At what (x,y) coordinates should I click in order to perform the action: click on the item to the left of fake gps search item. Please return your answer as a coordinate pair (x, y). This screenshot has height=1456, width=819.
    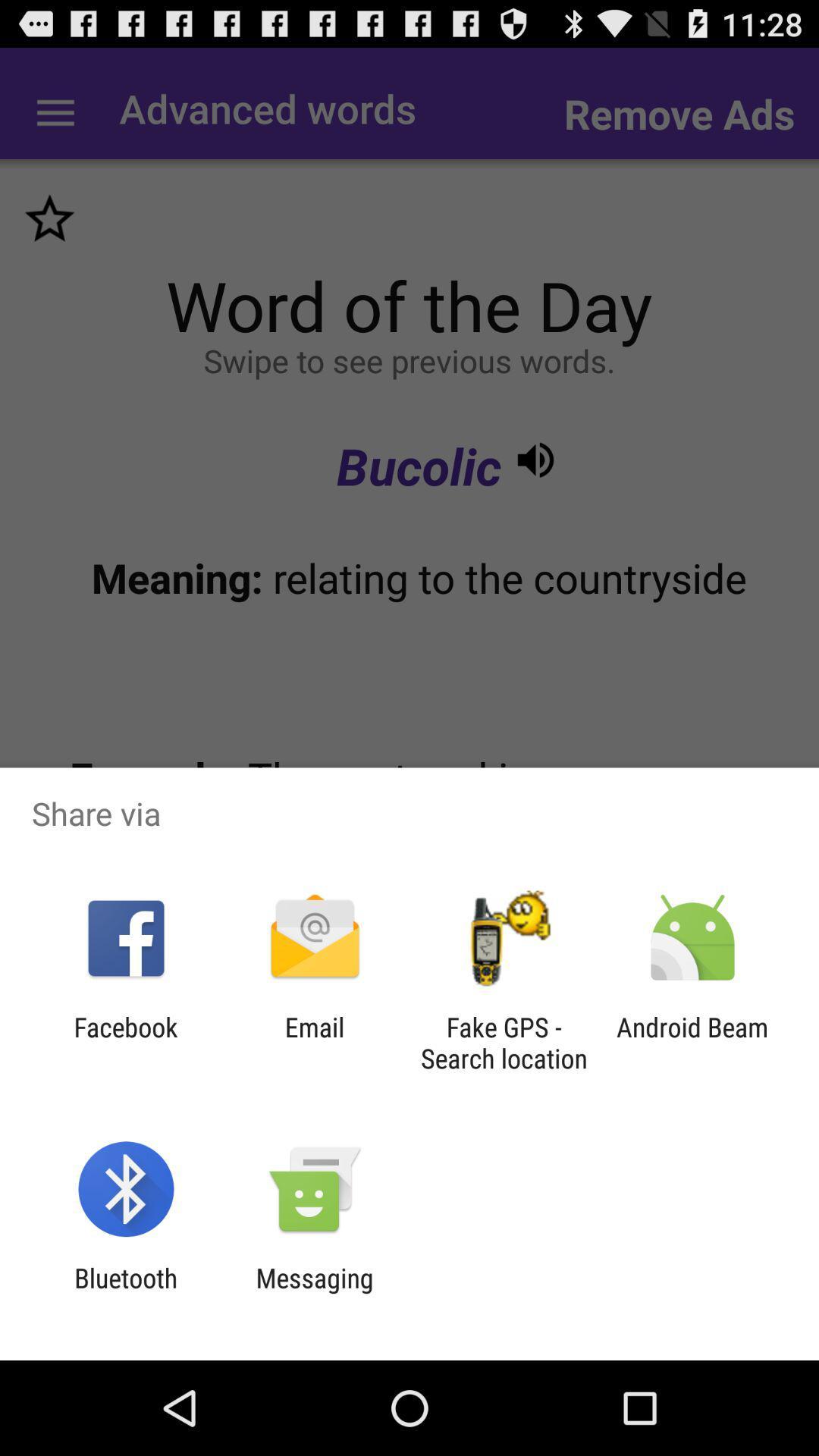
    Looking at the image, I should click on (314, 1042).